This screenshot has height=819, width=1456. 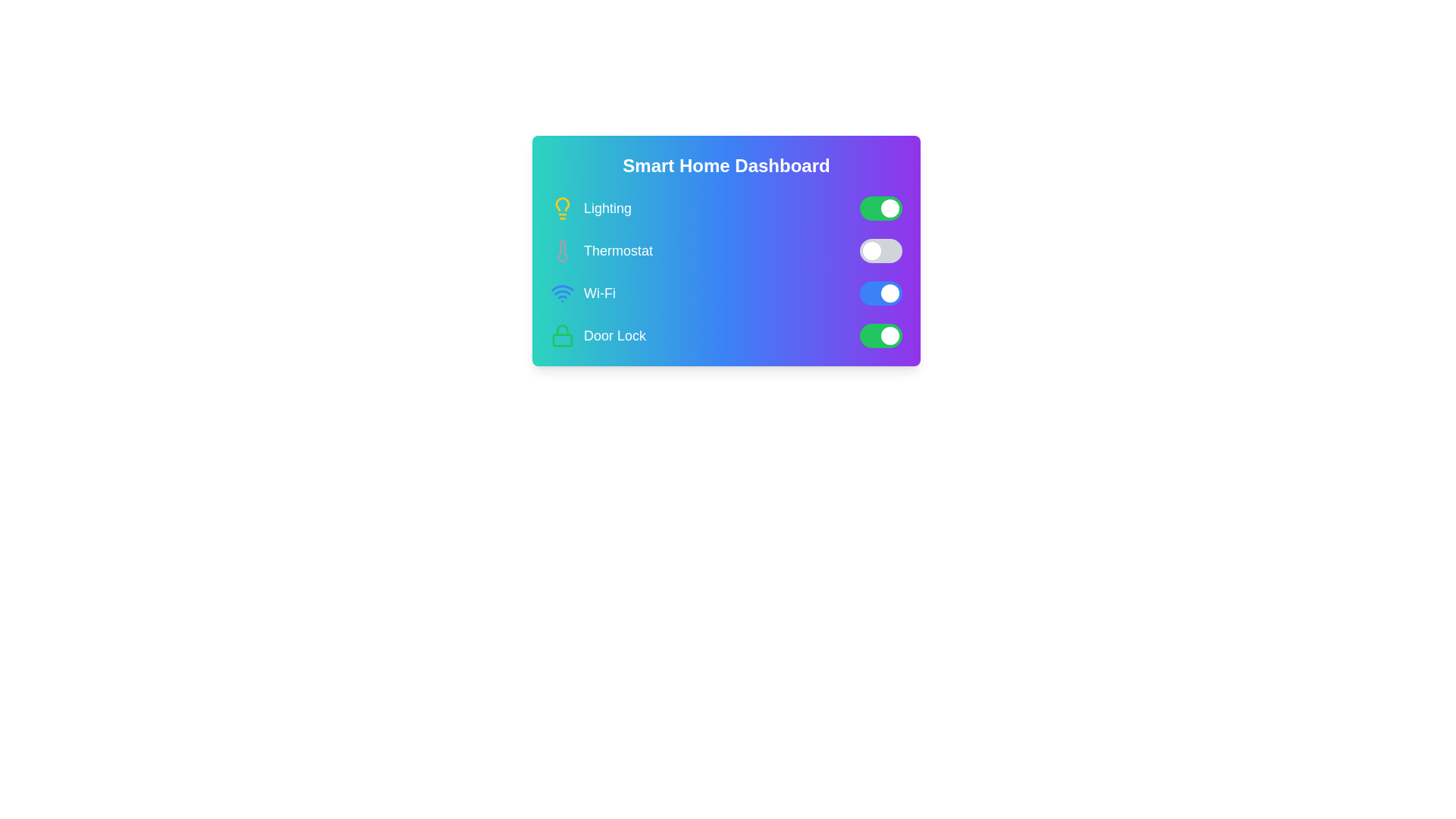 I want to click on the small circular toggle indicator for the 'Door Lock' feature, which is styled with a white color and is the rightmost part of the toggle switch component, so click(x=890, y=335).